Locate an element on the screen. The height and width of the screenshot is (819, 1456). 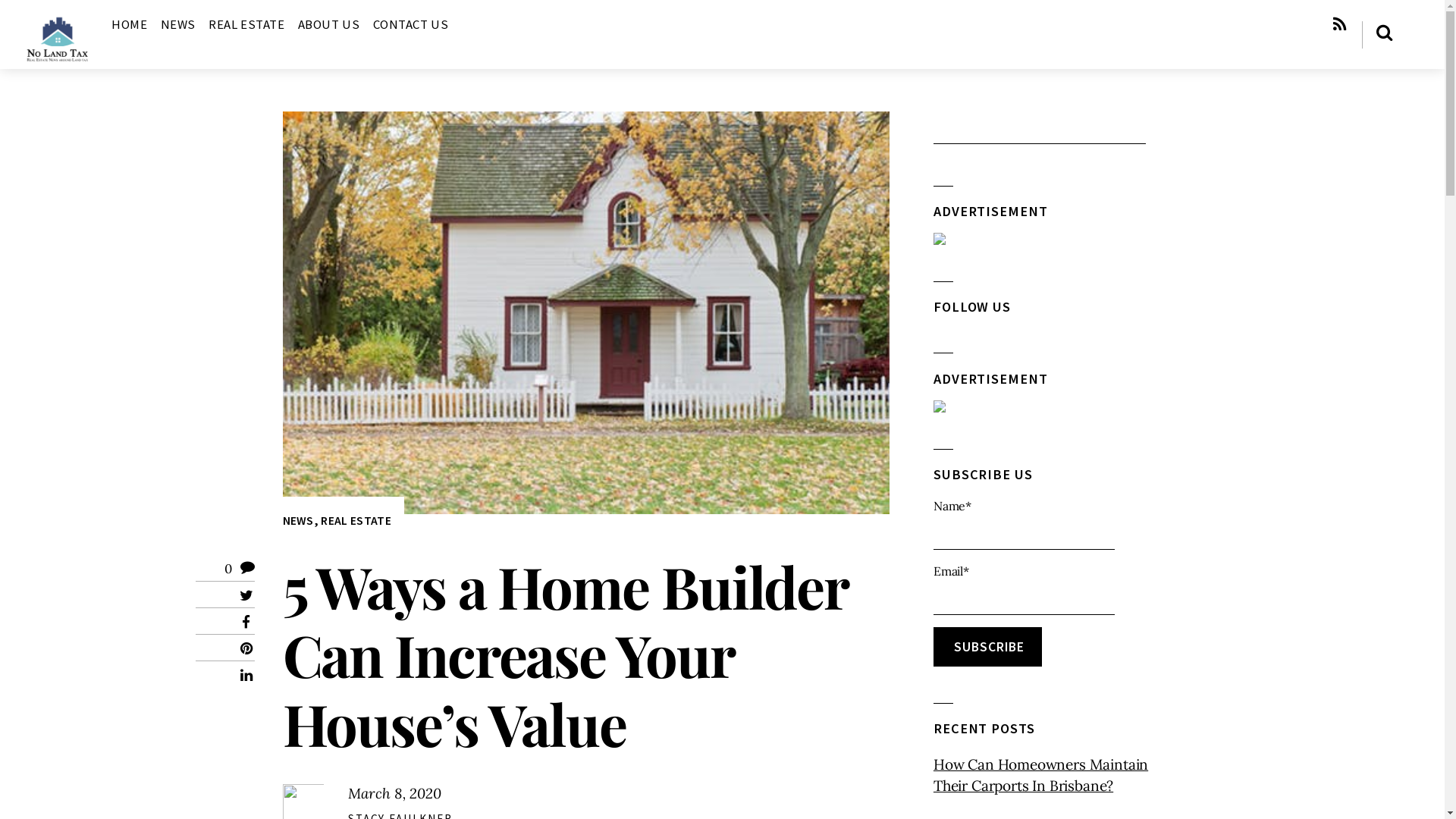
'REAL ESTATE' is located at coordinates (355, 519).